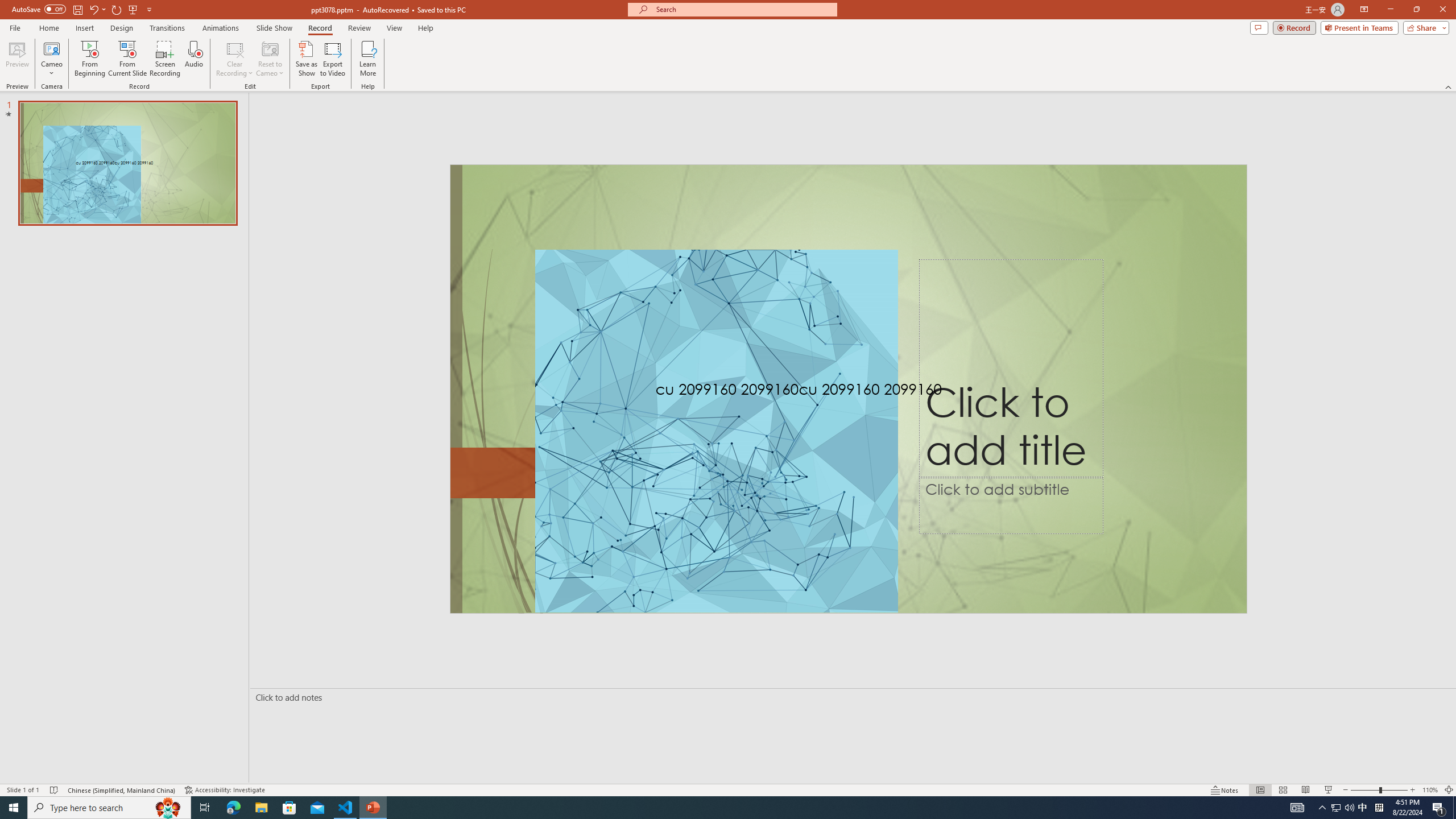  Describe the element at coordinates (225, 790) in the screenshot. I see `'Accessibility Checker Accessibility: Investigate'` at that location.